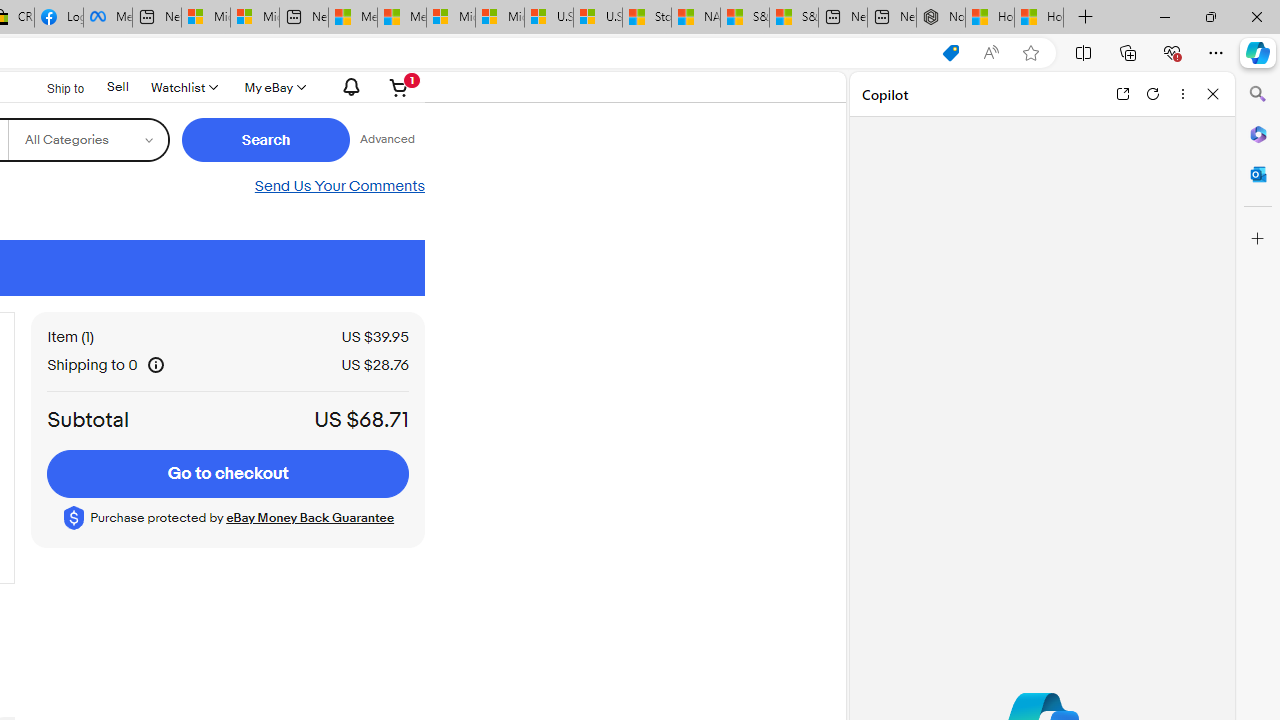  What do you see at coordinates (400, 86) in the screenshot?
I see `'Your shopping cart contains 1 item'` at bounding box center [400, 86].